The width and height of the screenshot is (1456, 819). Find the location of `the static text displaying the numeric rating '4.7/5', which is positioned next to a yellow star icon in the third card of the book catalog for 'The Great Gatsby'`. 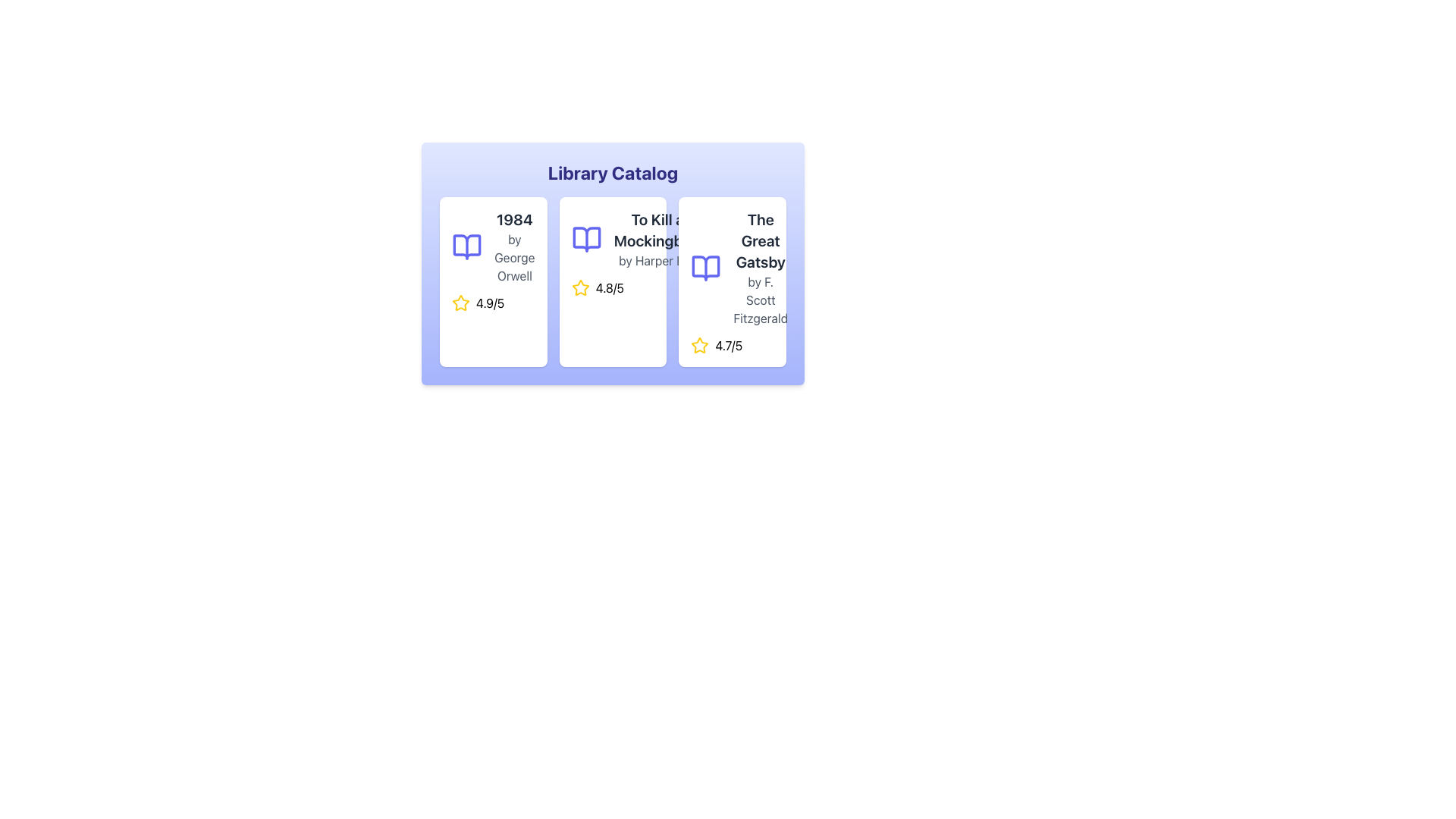

the static text displaying the numeric rating '4.7/5', which is positioned next to a yellow star icon in the third card of the book catalog for 'The Great Gatsby' is located at coordinates (729, 345).